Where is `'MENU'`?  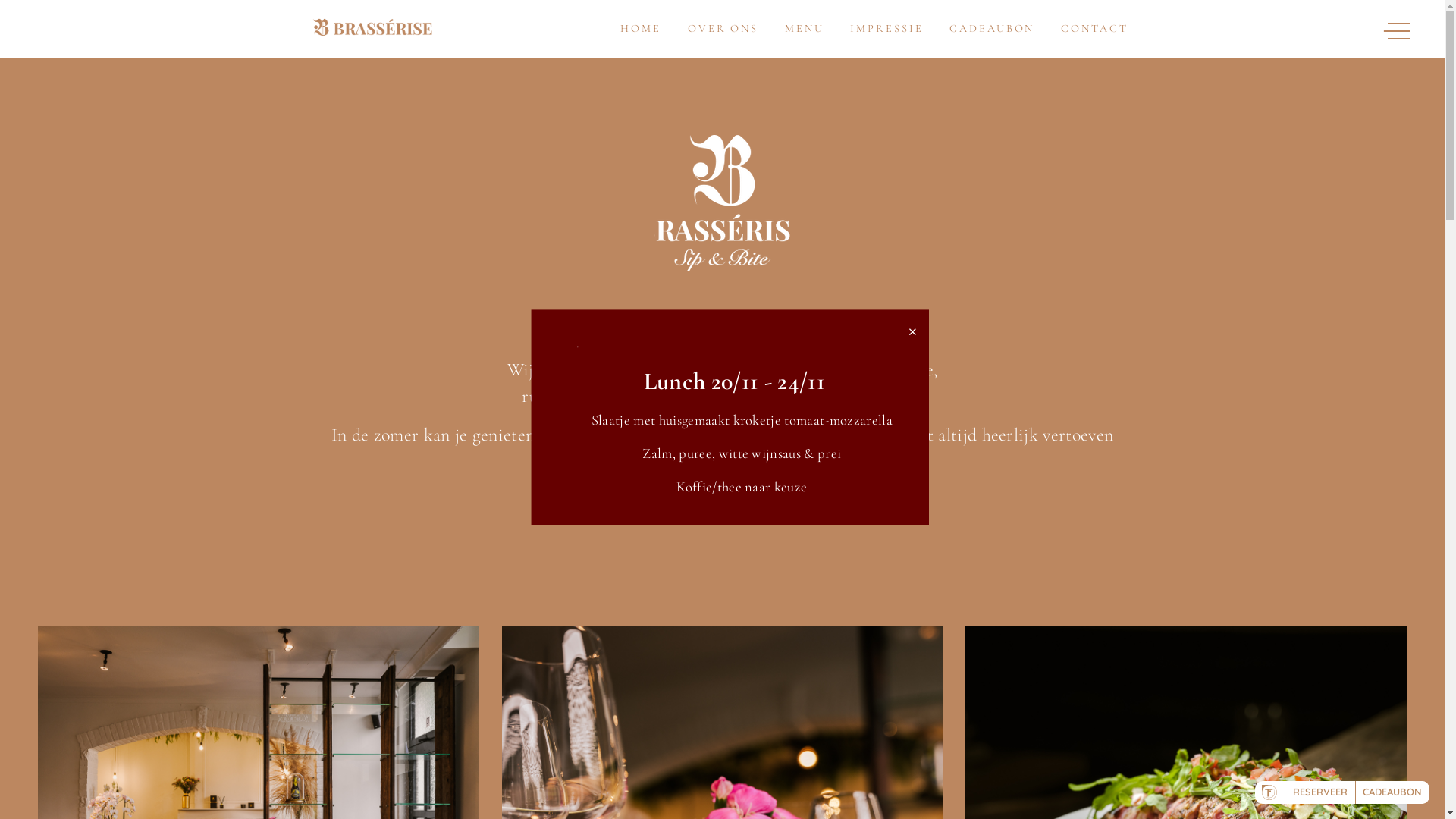 'MENU' is located at coordinates (803, 29).